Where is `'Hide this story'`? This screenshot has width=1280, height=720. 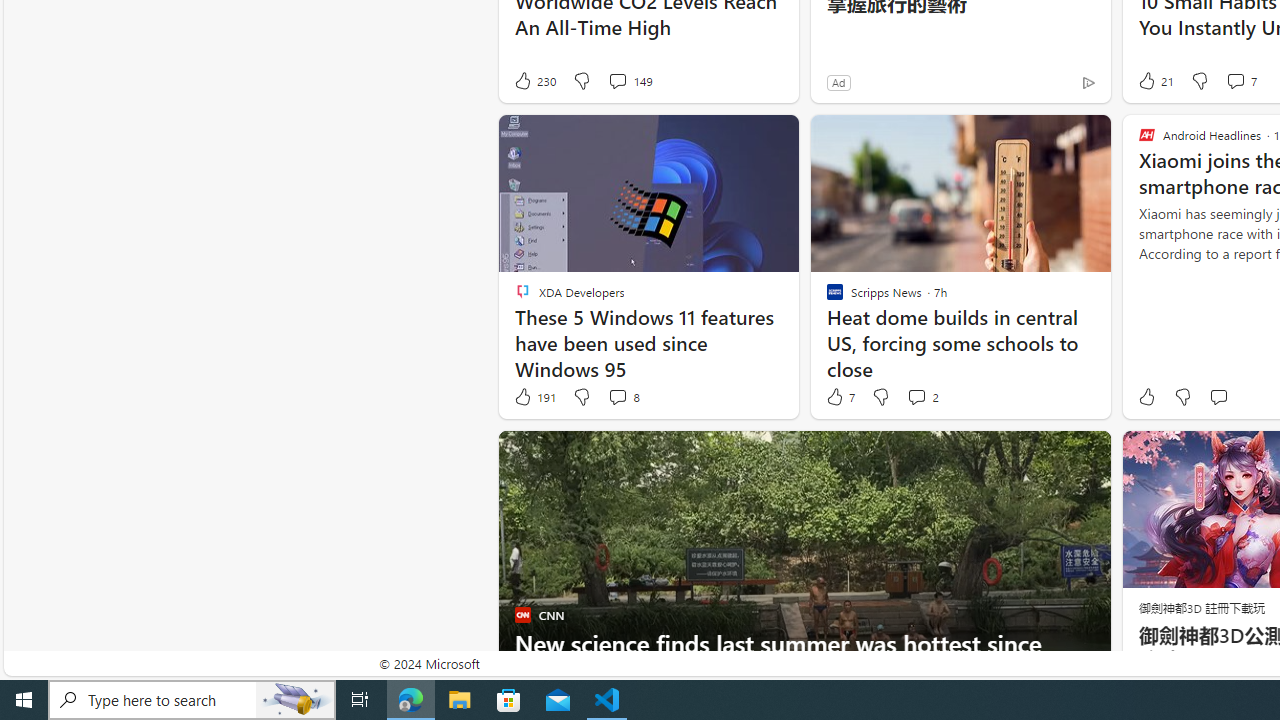 'Hide this story' is located at coordinates (1049, 455).